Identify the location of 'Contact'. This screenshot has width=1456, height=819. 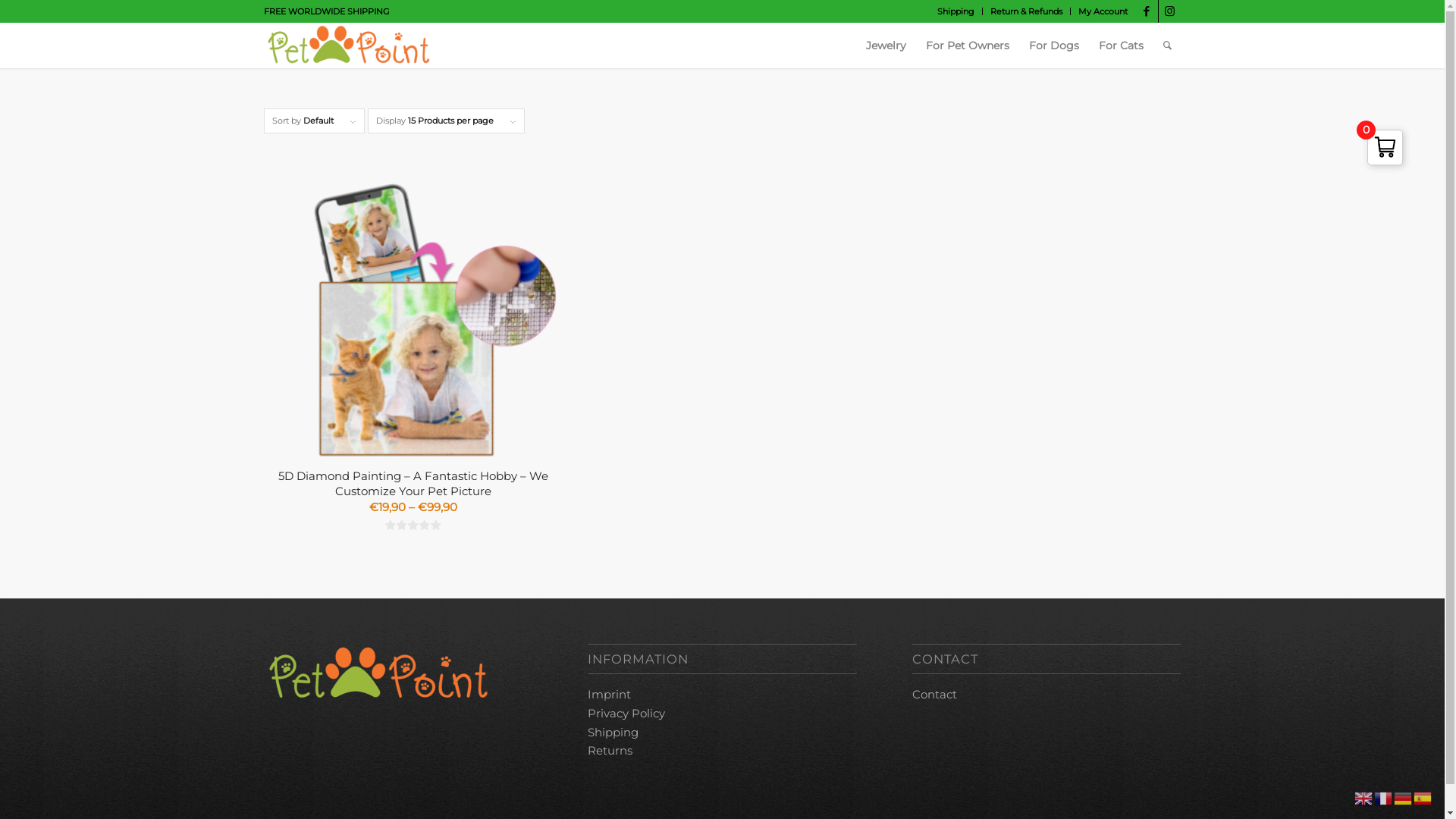
(934, 694).